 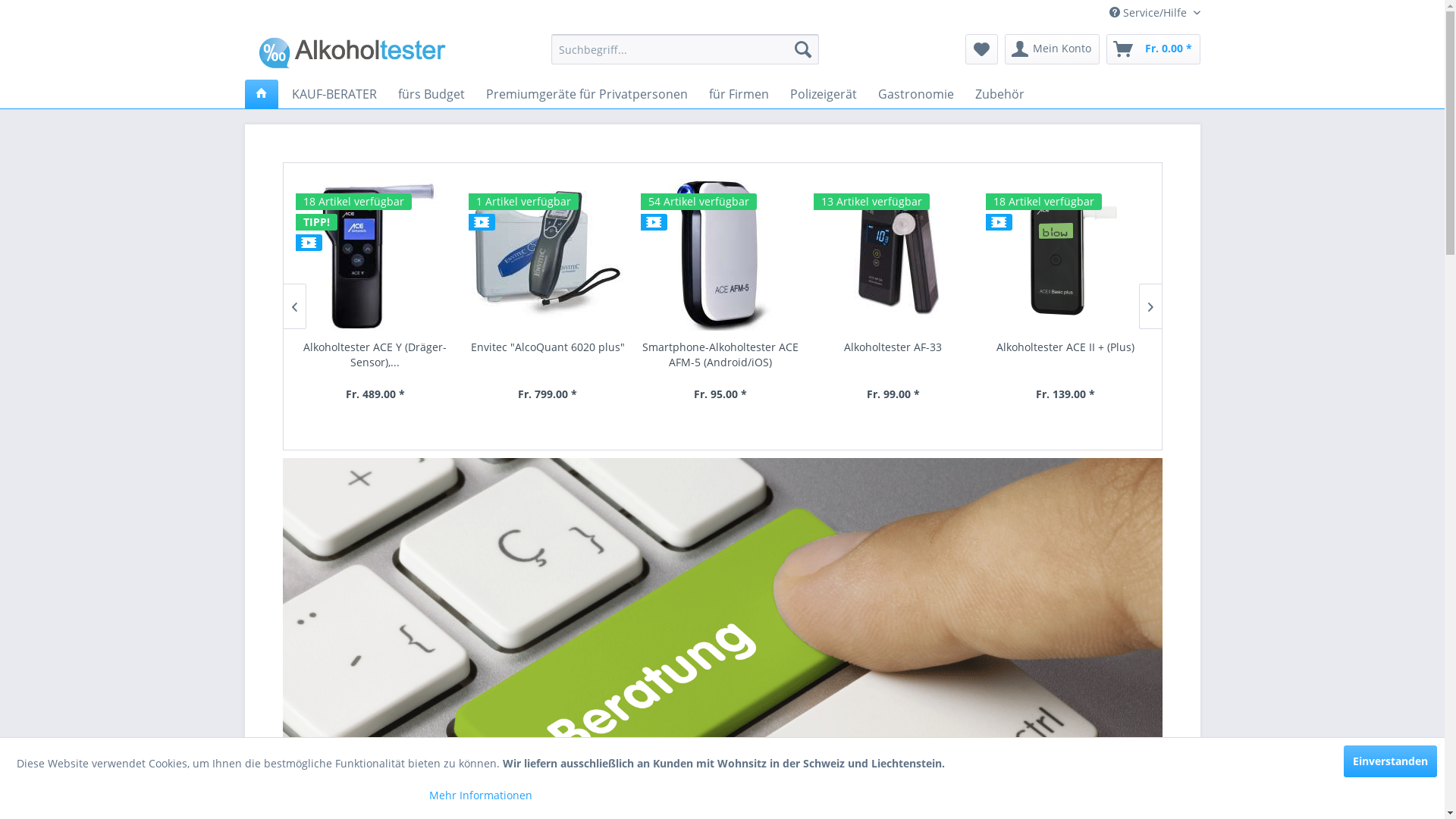 I want to click on 'Gastronomie', so click(x=867, y=93).